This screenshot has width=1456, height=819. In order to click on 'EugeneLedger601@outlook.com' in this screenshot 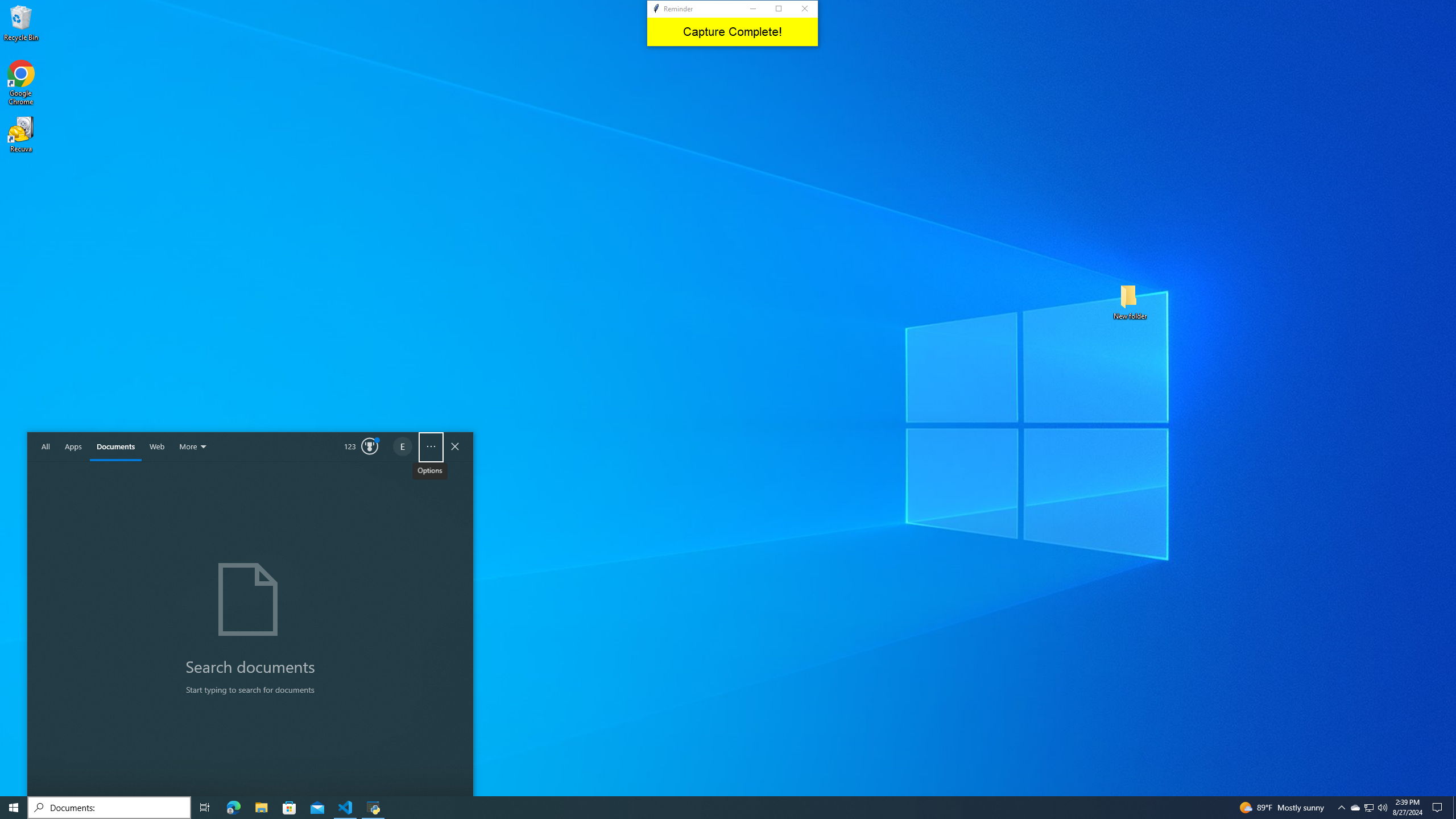, I will do `click(403, 446)`.